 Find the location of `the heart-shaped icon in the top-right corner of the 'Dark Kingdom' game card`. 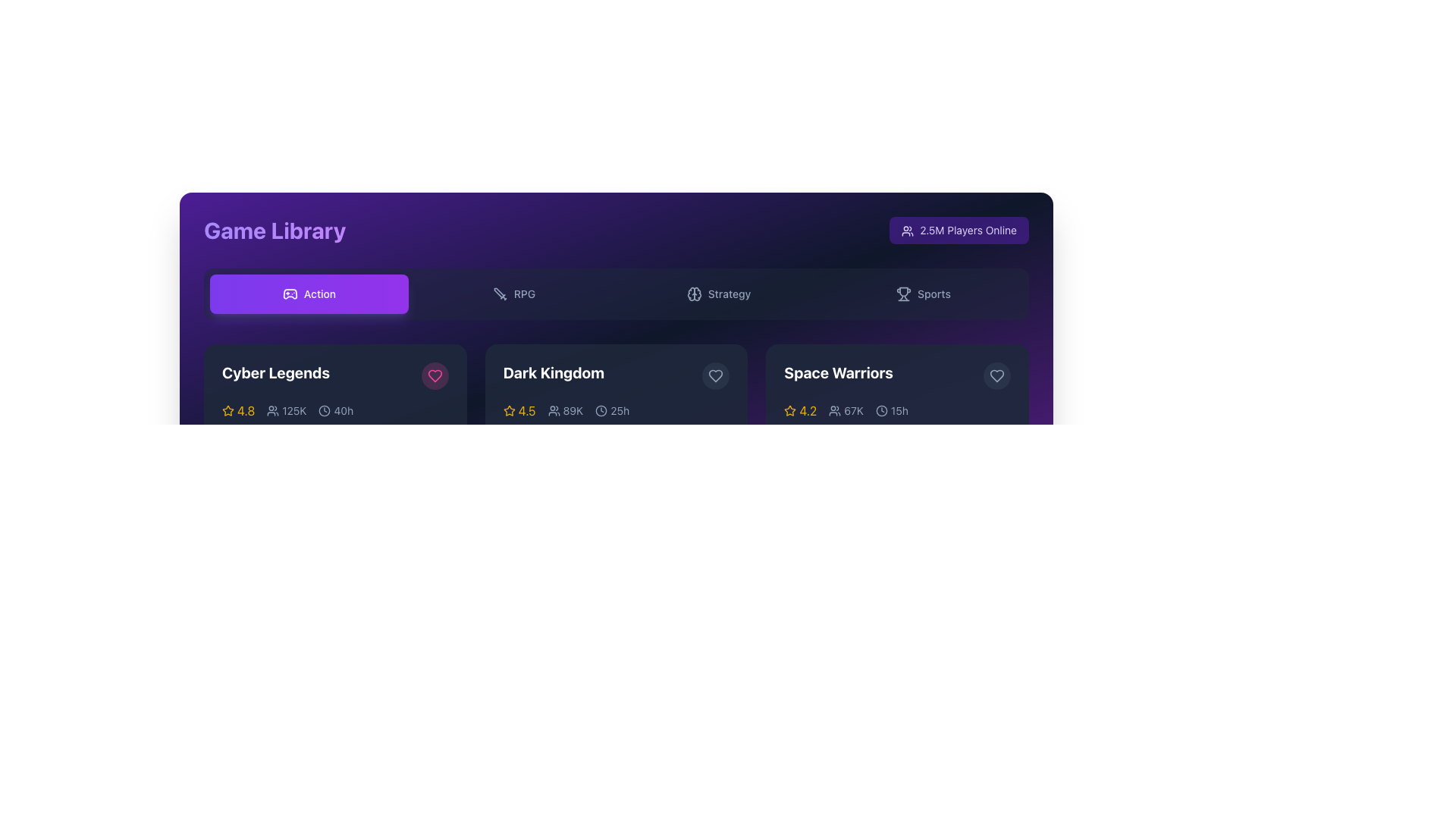

the heart-shaped icon in the top-right corner of the 'Dark Kingdom' game card is located at coordinates (715, 375).